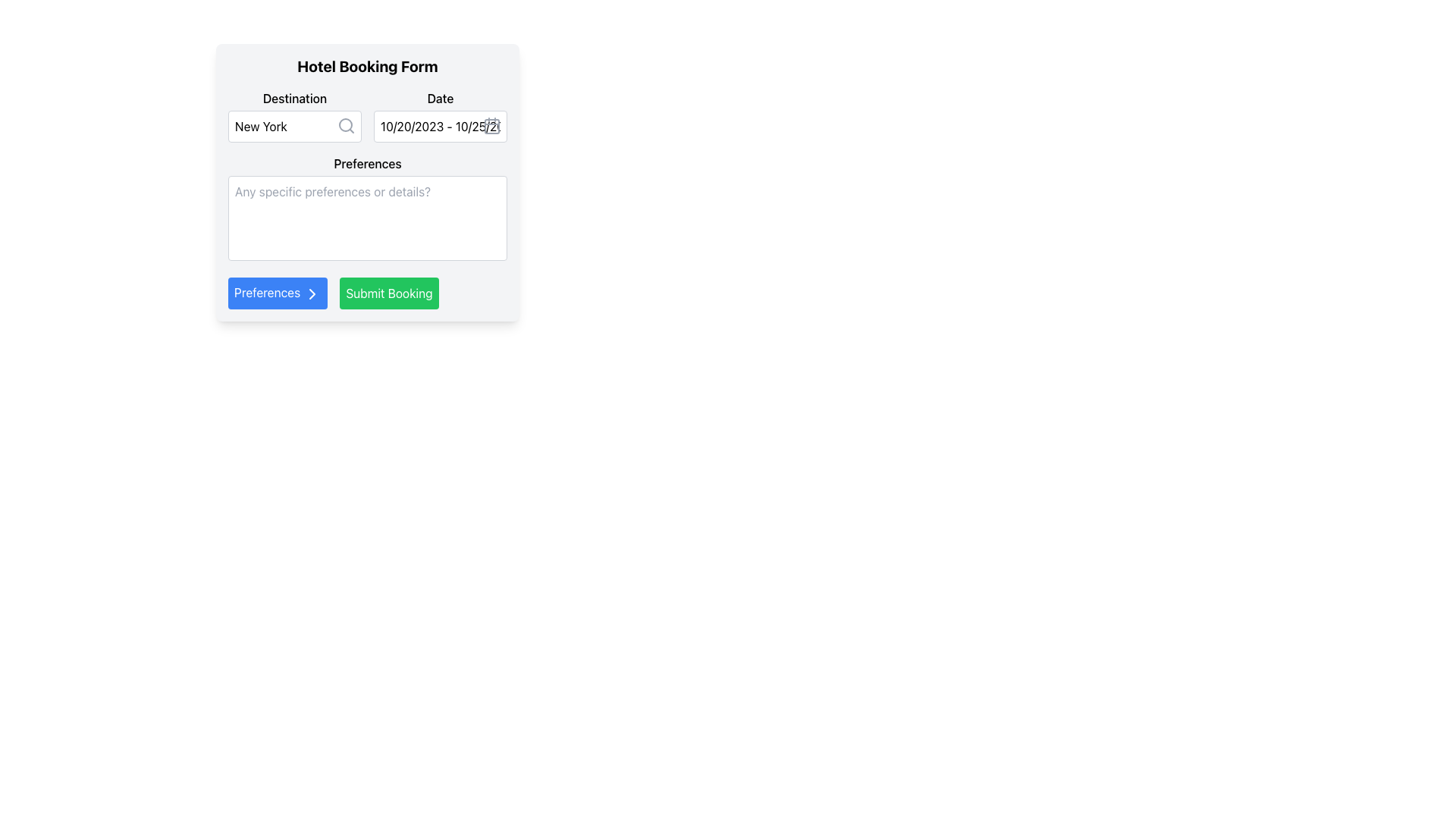  What do you see at coordinates (439, 125) in the screenshot?
I see `the text input field for the date range located beneath the 'Date' label` at bounding box center [439, 125].